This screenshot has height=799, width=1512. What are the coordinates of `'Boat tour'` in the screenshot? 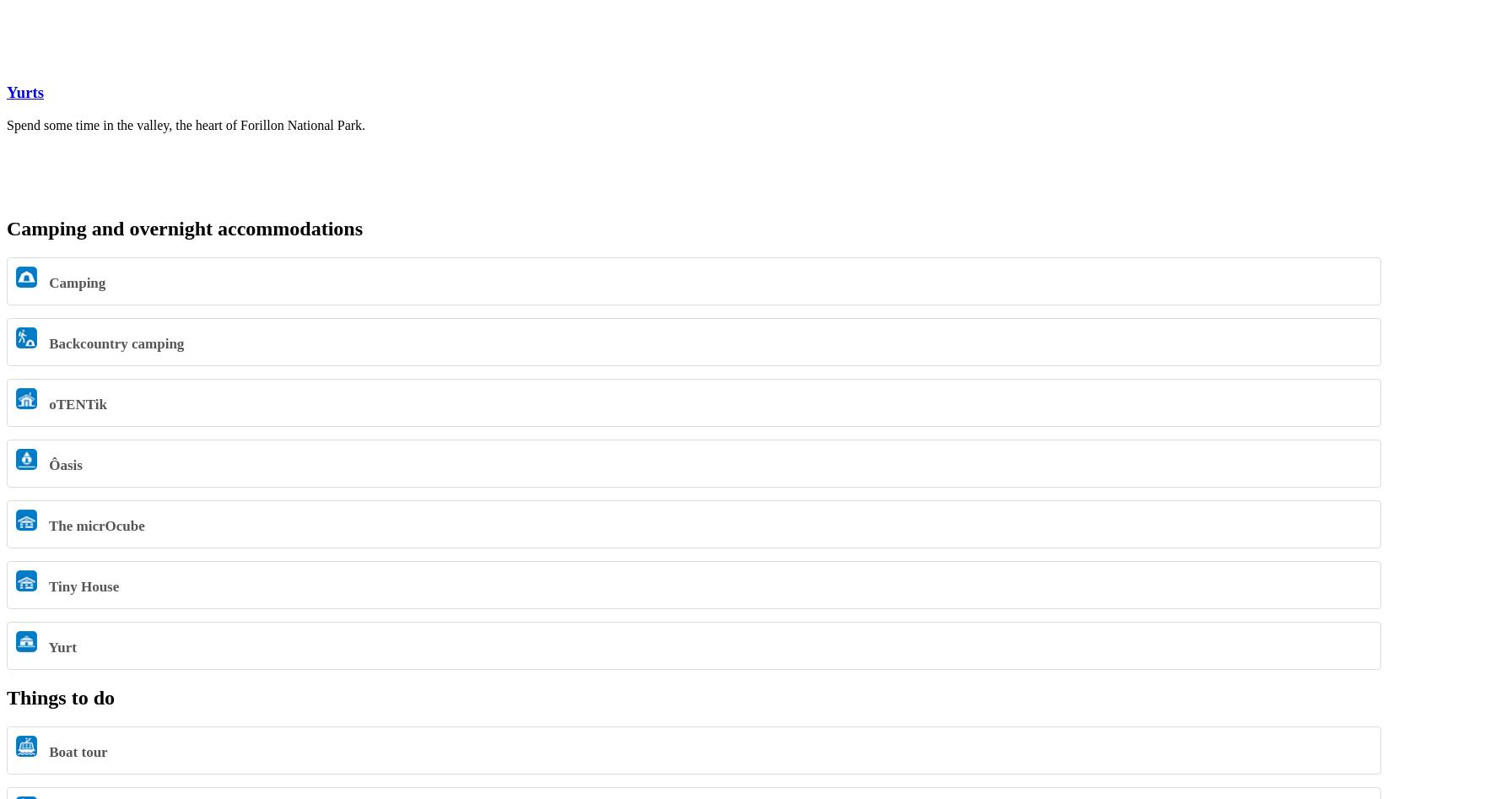 It's located at (76, 750).